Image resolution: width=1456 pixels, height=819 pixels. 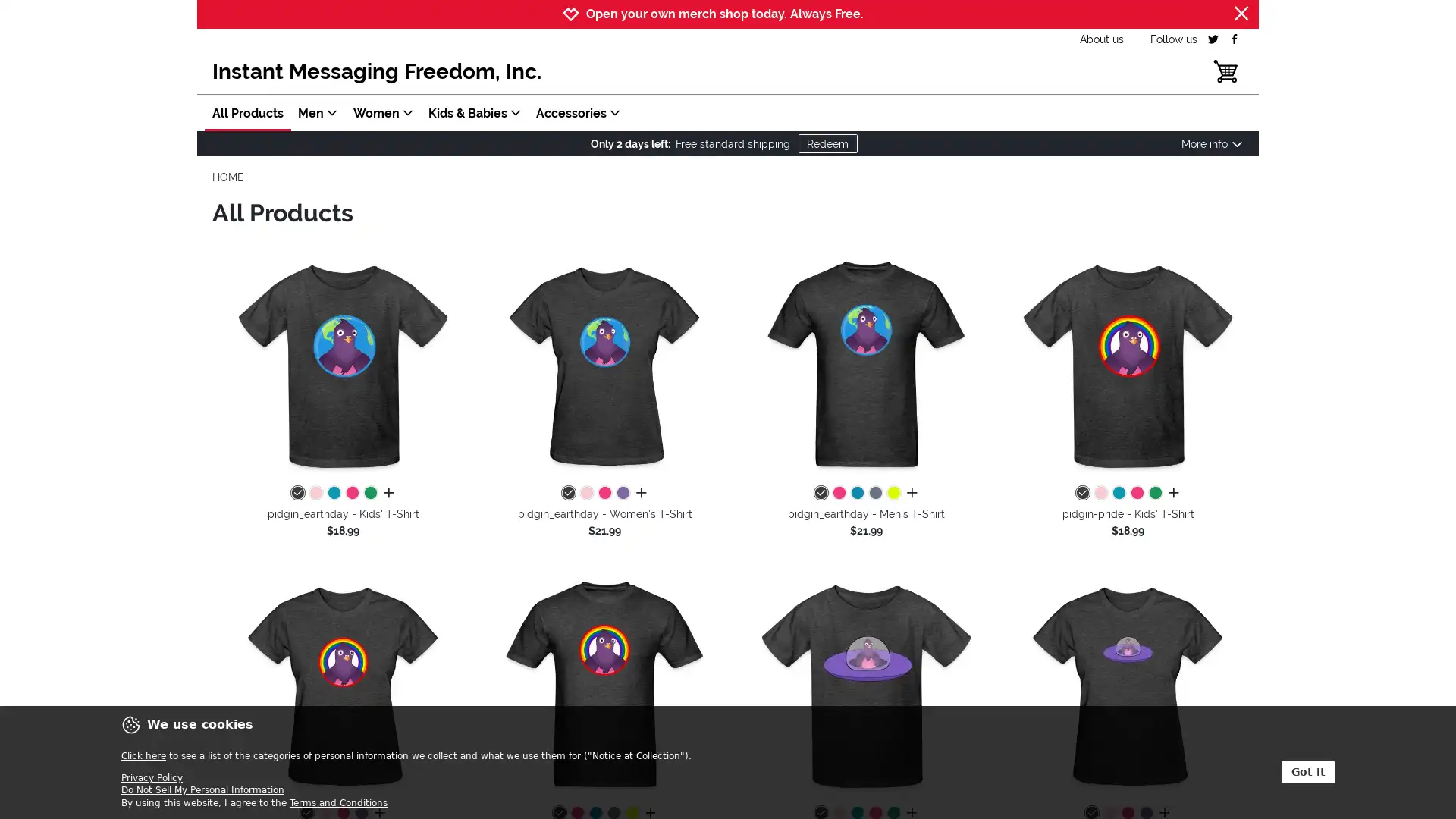 I want to click on Pidgin UFO - Kids' T-Shirt, so click(x=866, y=686).